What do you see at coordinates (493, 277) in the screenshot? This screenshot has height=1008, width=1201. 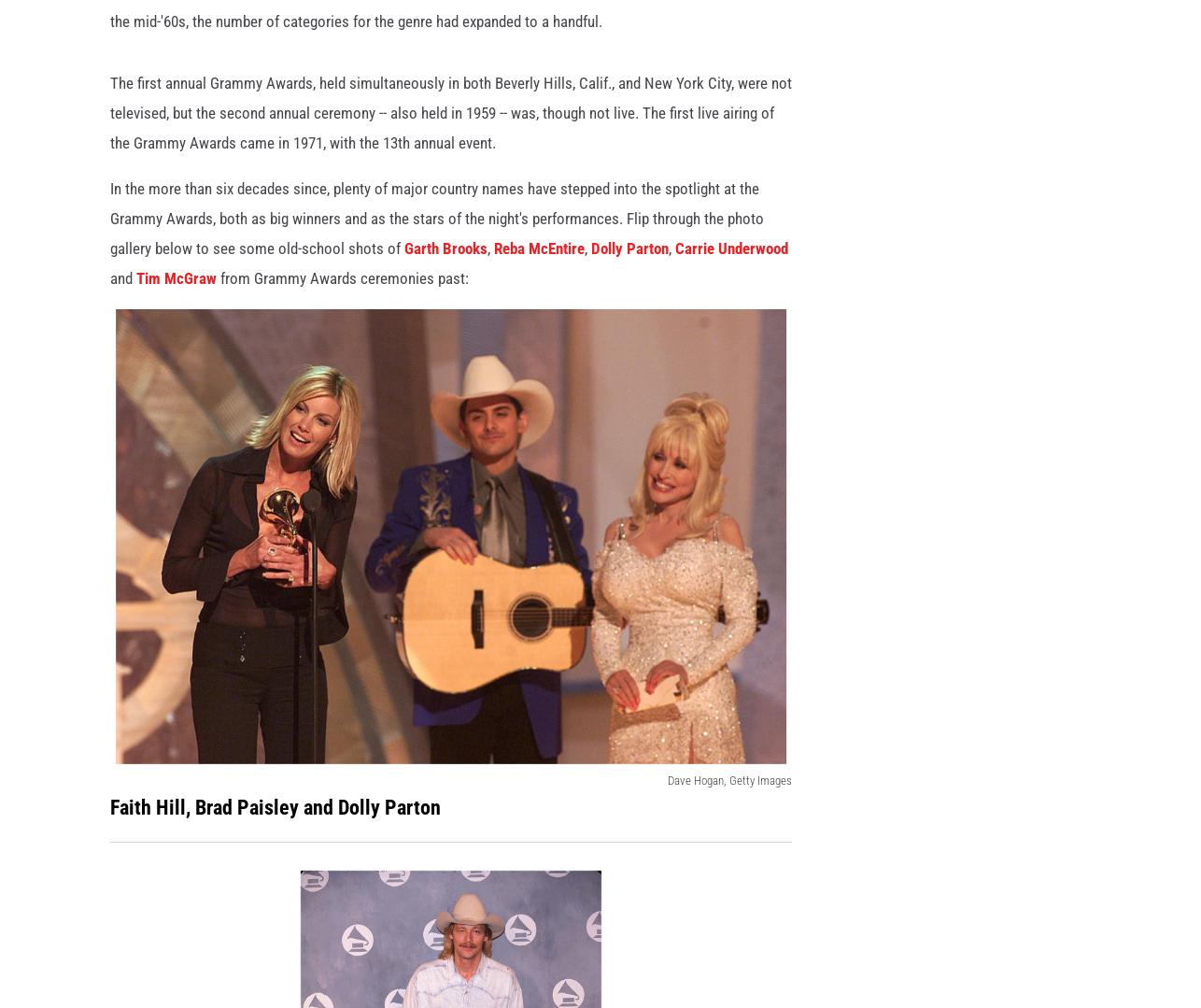 I see `'Reba McEntire'` at bounding box center [493, 277].